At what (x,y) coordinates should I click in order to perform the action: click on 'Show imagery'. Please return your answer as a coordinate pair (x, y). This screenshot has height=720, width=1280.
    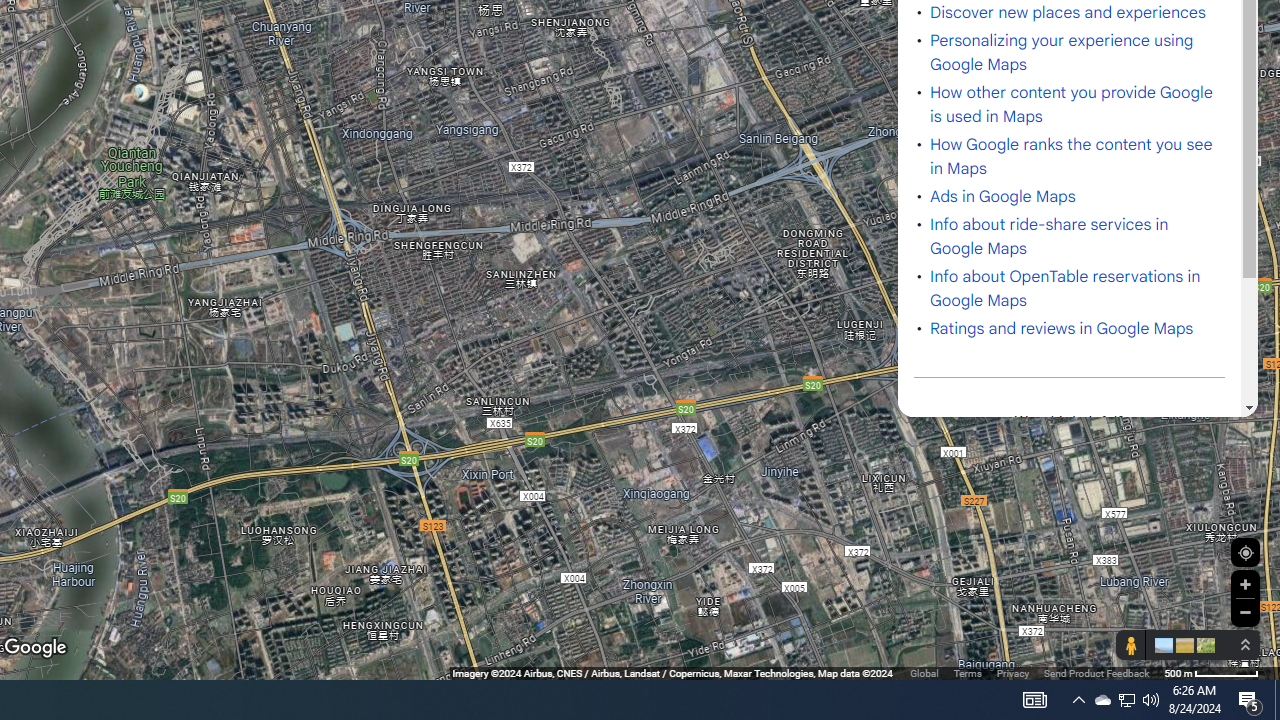
    Looking at the image, I should click on (1202, 645).